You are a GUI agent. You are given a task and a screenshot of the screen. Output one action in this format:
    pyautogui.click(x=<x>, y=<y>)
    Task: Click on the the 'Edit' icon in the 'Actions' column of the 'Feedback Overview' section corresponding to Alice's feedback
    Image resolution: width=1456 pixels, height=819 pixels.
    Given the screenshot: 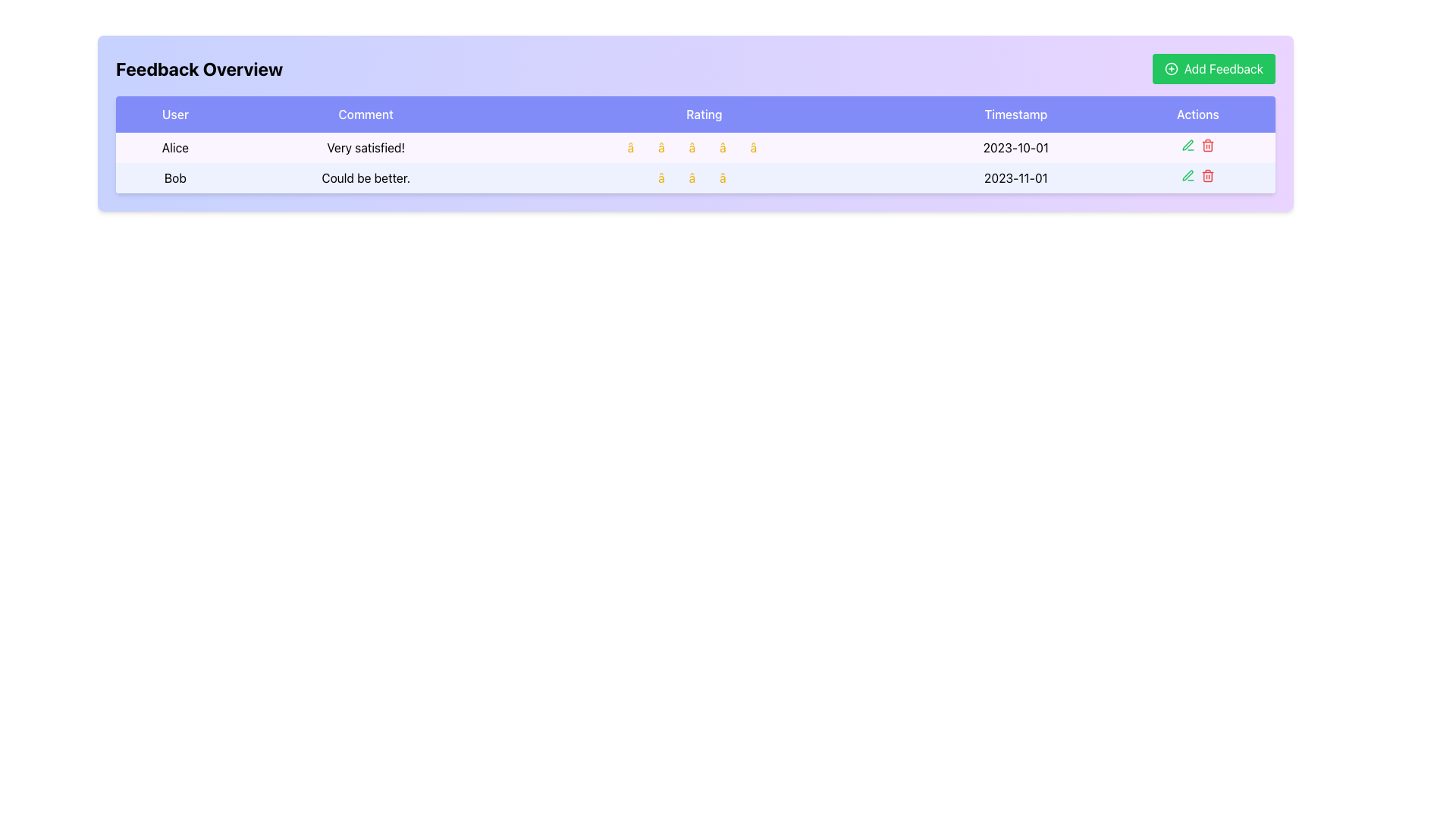 What is the action you would take?
    pyautogui.click(x=1187, y=174)
    